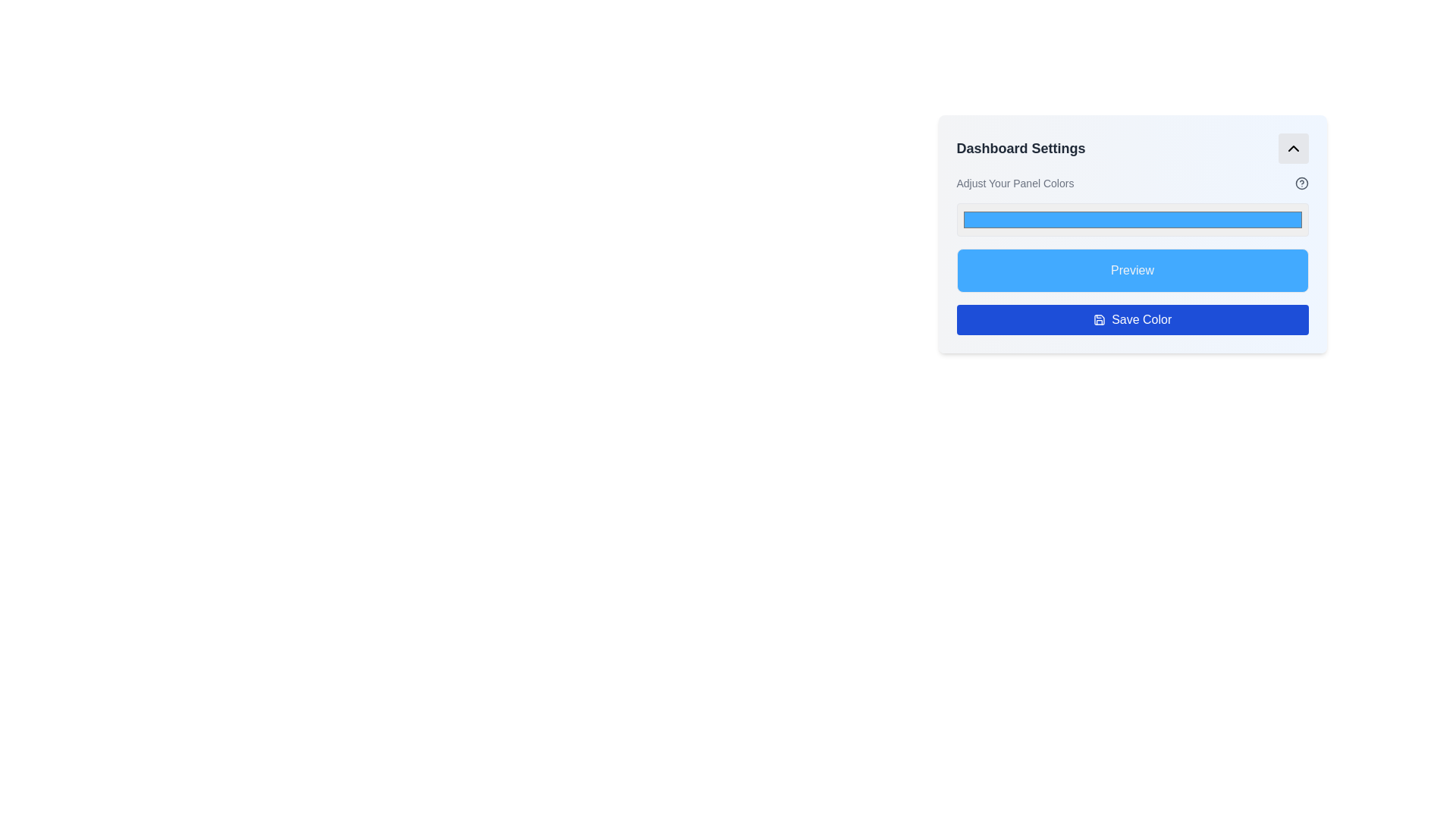  I want to click on the static text element displaying 'Adjust Your Panel Colors.' which is located directly under the 'Dashboard Settings' title, so click(1015, 183).